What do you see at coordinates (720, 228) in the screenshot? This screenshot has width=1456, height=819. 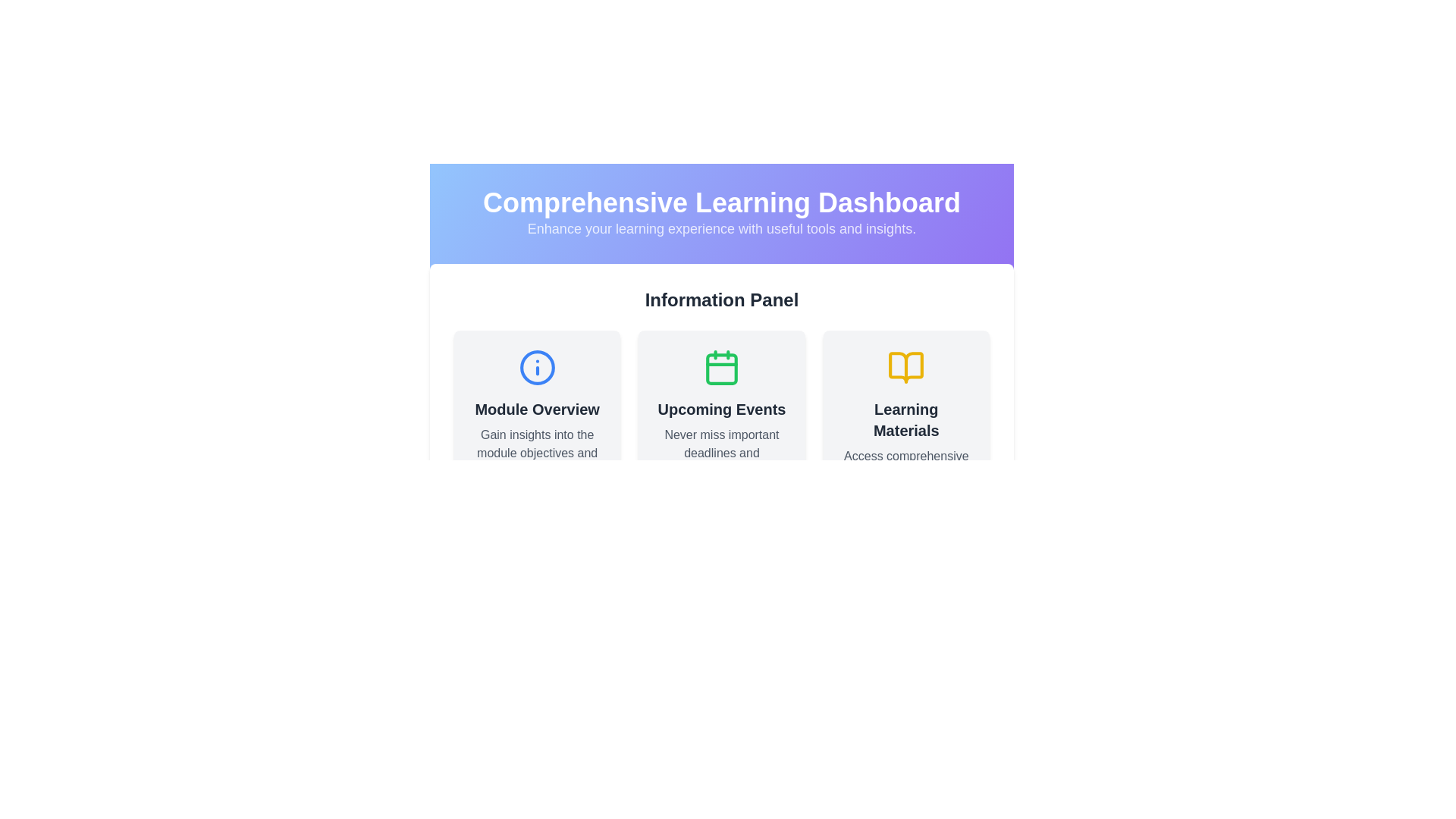 I see `the subtitle text element that provides additional context beneath the main title 'Comprehensive Learning Dashboard'` at bounding box center [720, 228].